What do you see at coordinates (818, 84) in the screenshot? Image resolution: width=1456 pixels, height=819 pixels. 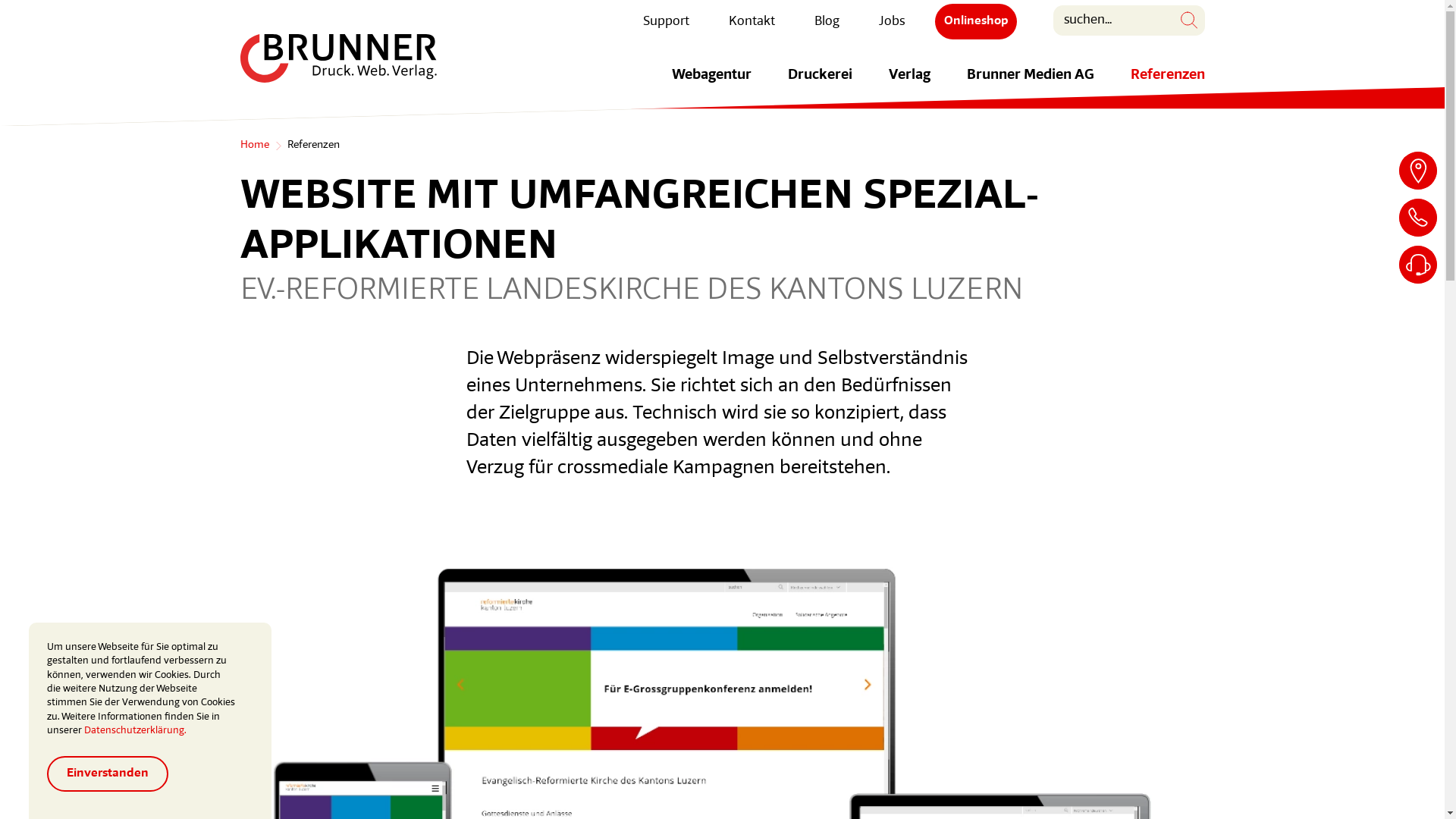 I see `'Druckerei'` at bounding box center [818, 84].